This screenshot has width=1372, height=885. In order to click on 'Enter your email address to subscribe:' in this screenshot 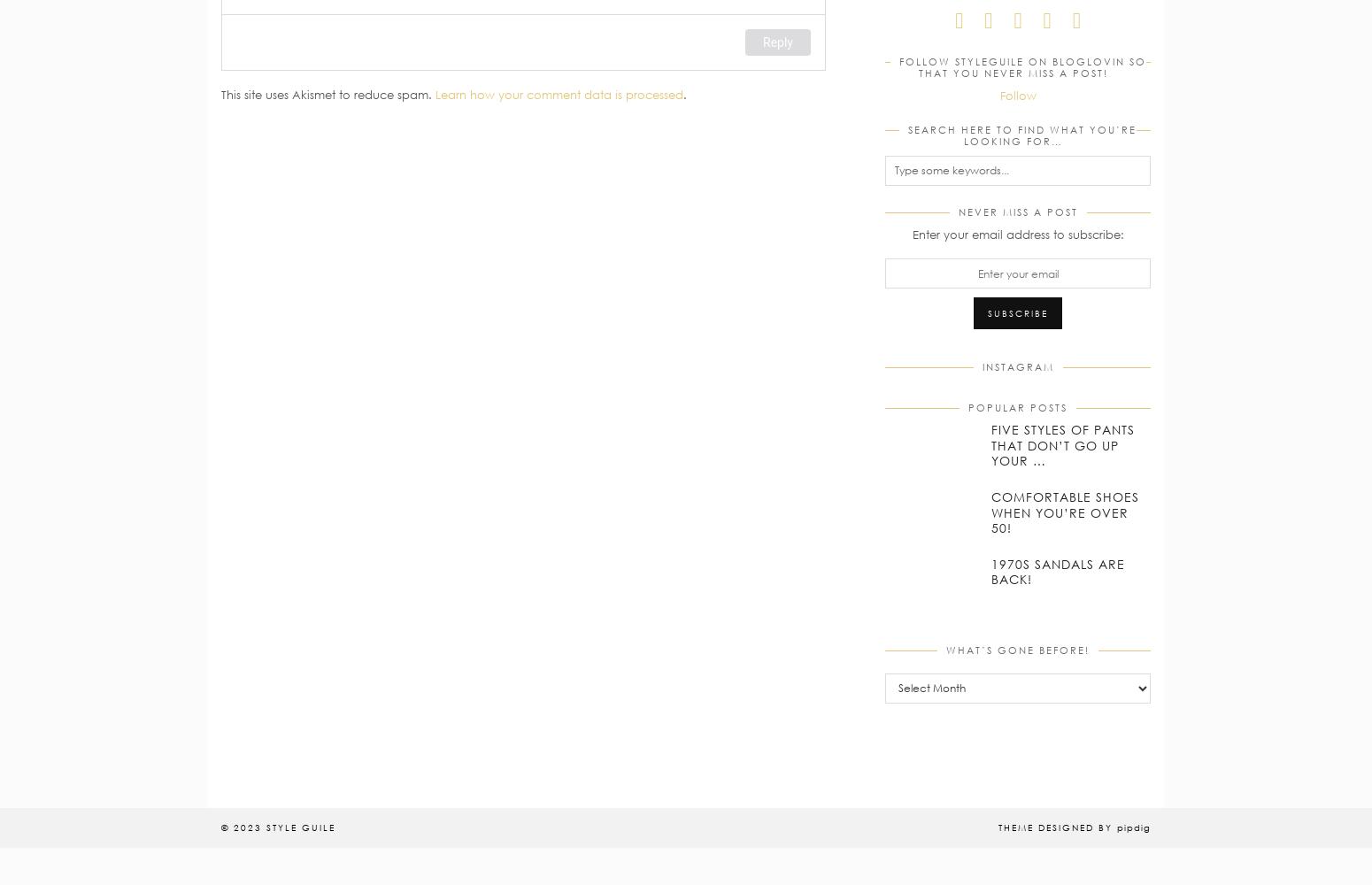, I will do `click(1016, 234)`.